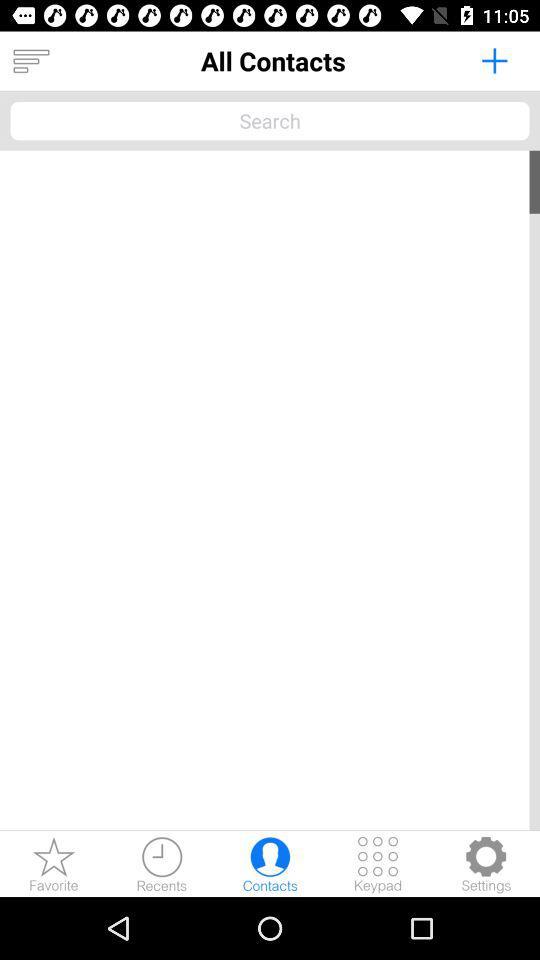 The image size is (540, 960). Describe the element at coordinates (270, 120) in the screenshot. I see `clique para procurar` at that location.